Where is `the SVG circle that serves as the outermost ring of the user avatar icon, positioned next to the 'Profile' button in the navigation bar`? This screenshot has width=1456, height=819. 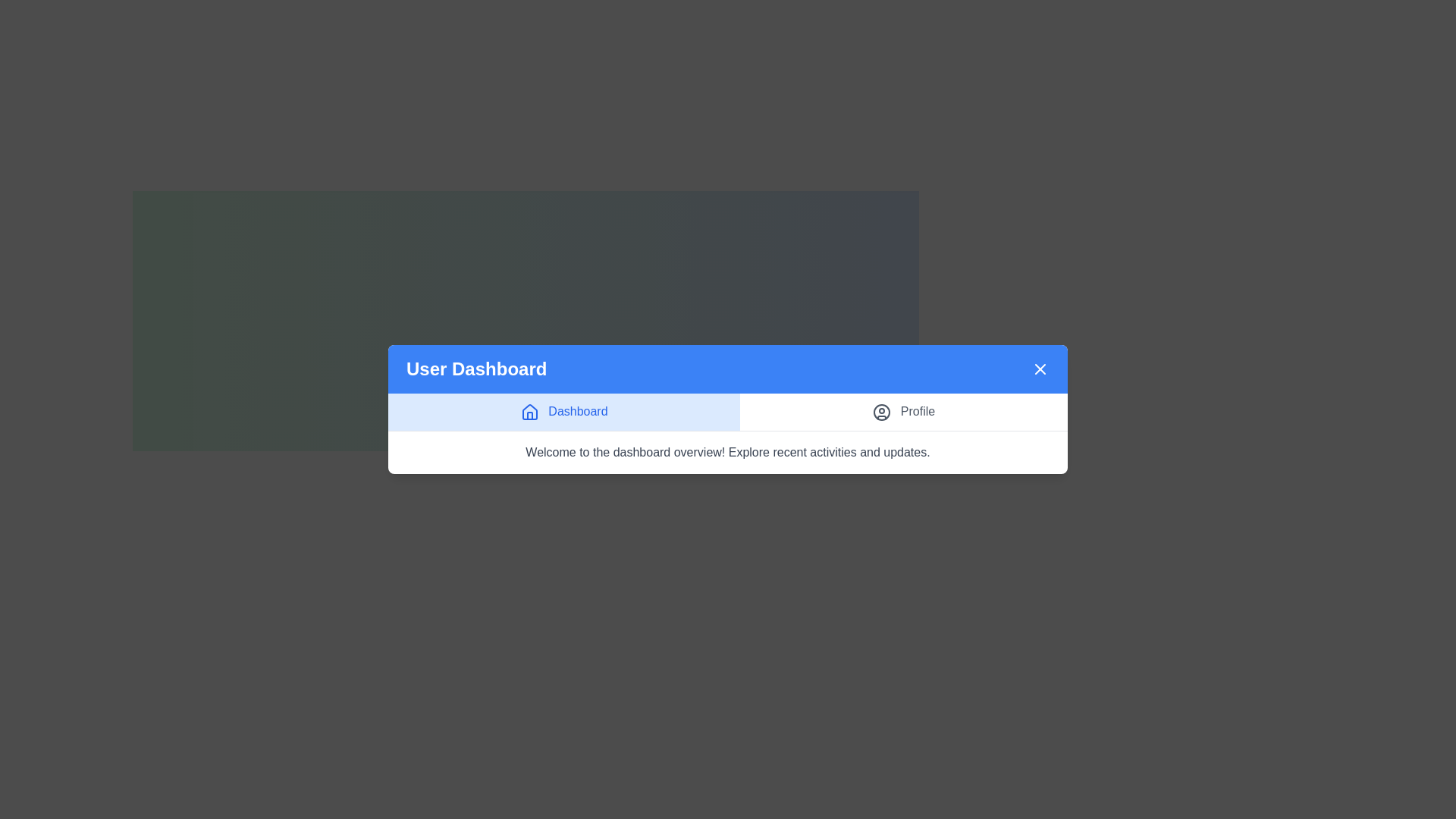
the SVG circle that serves as the outermost ring of the user avatar icon, positioned next to the 'Profile' button in the navigation bar is located at coordinates (882, 412).